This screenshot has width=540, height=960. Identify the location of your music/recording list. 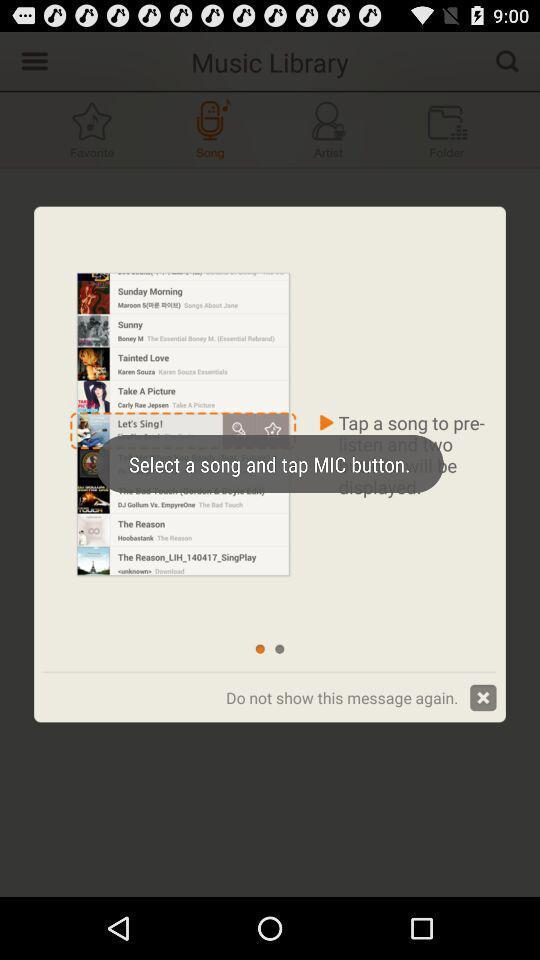
(447, 128).